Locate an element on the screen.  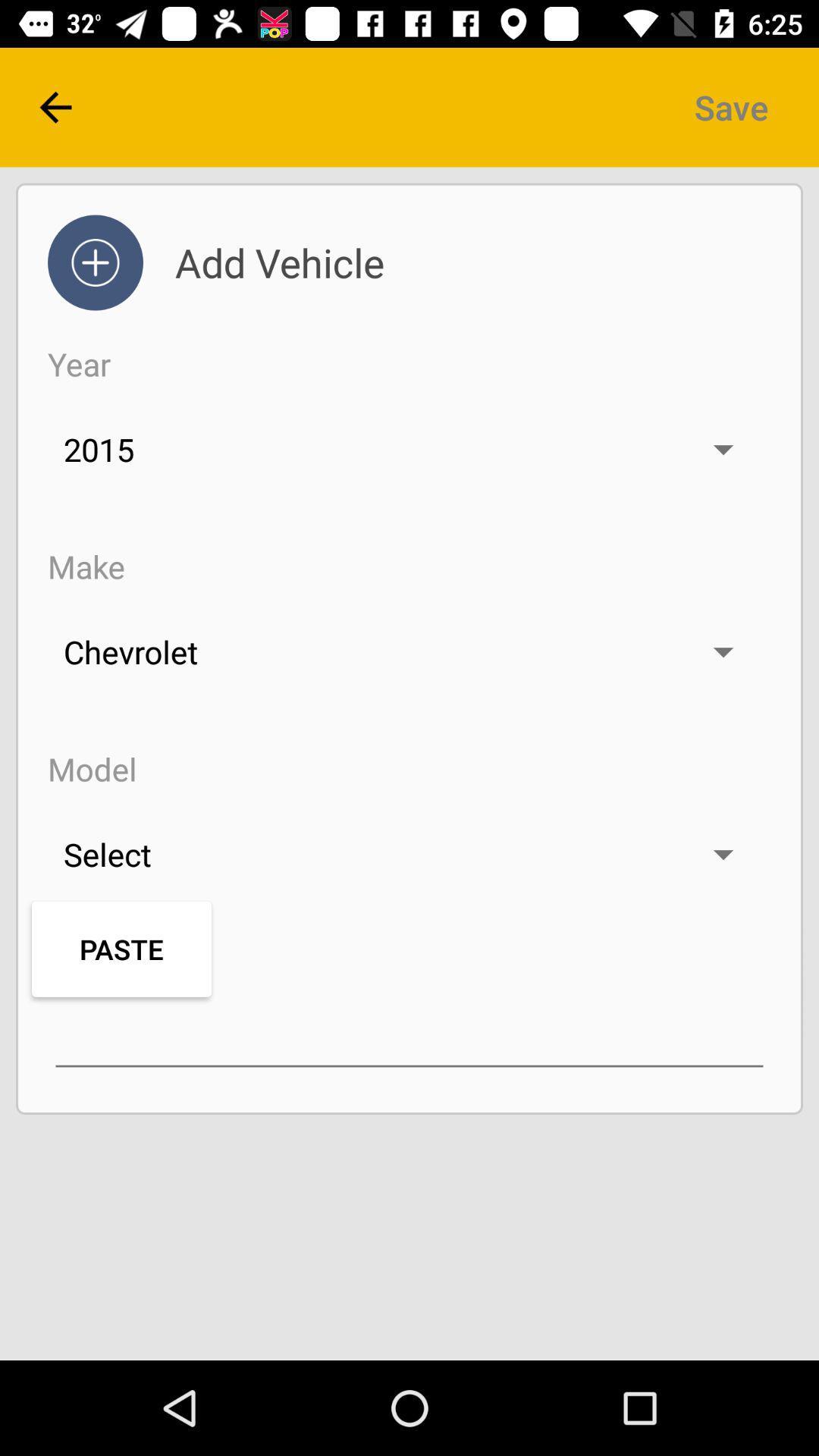
2015 which is below the text year is located at coordinates (409, 449).